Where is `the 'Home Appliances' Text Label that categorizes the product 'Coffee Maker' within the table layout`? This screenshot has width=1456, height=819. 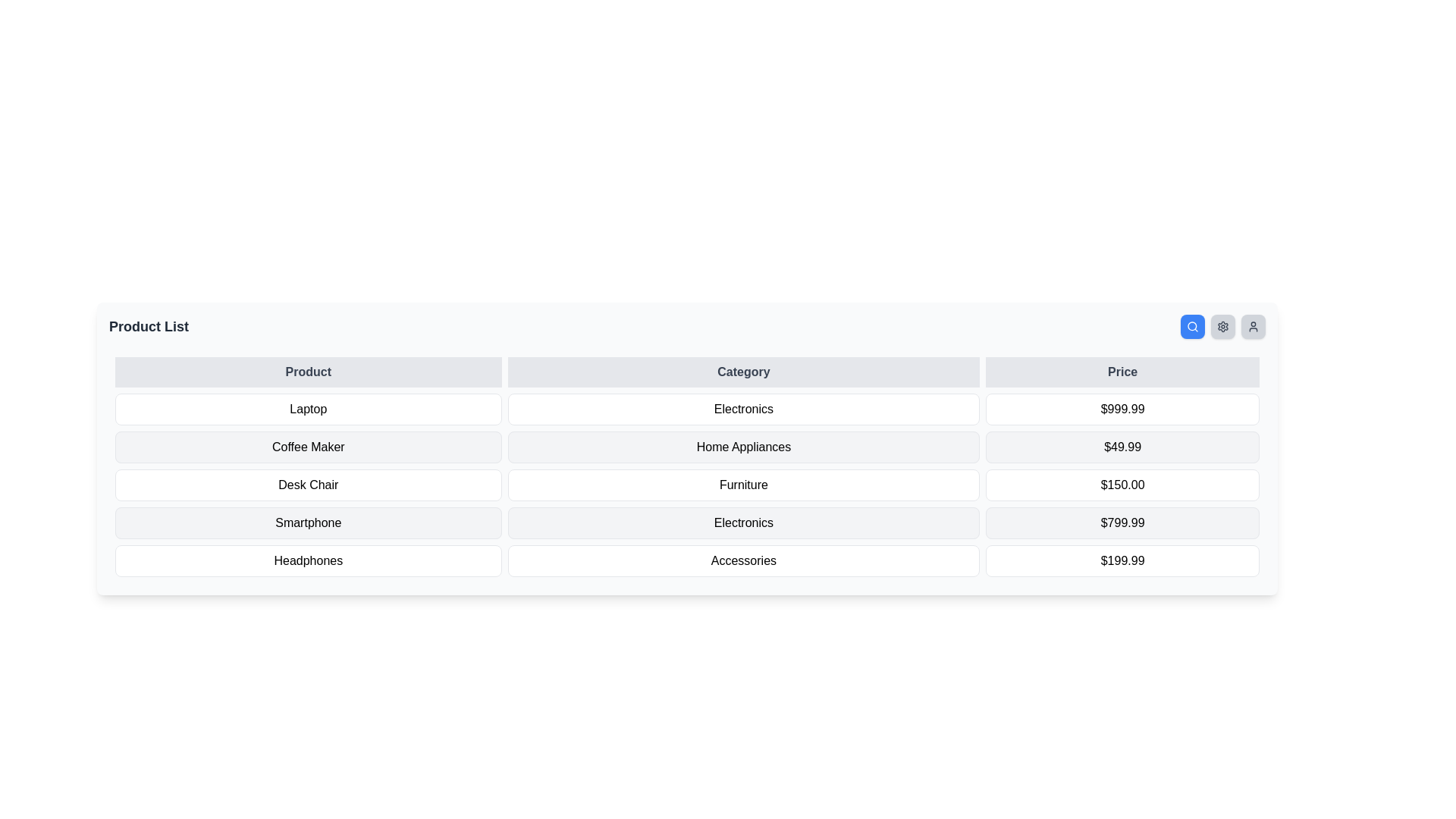 the 'Home Appliances' Text Label that categorizes the product 'Coffee Maker' within the table layout is located at coordinates (743, 447).